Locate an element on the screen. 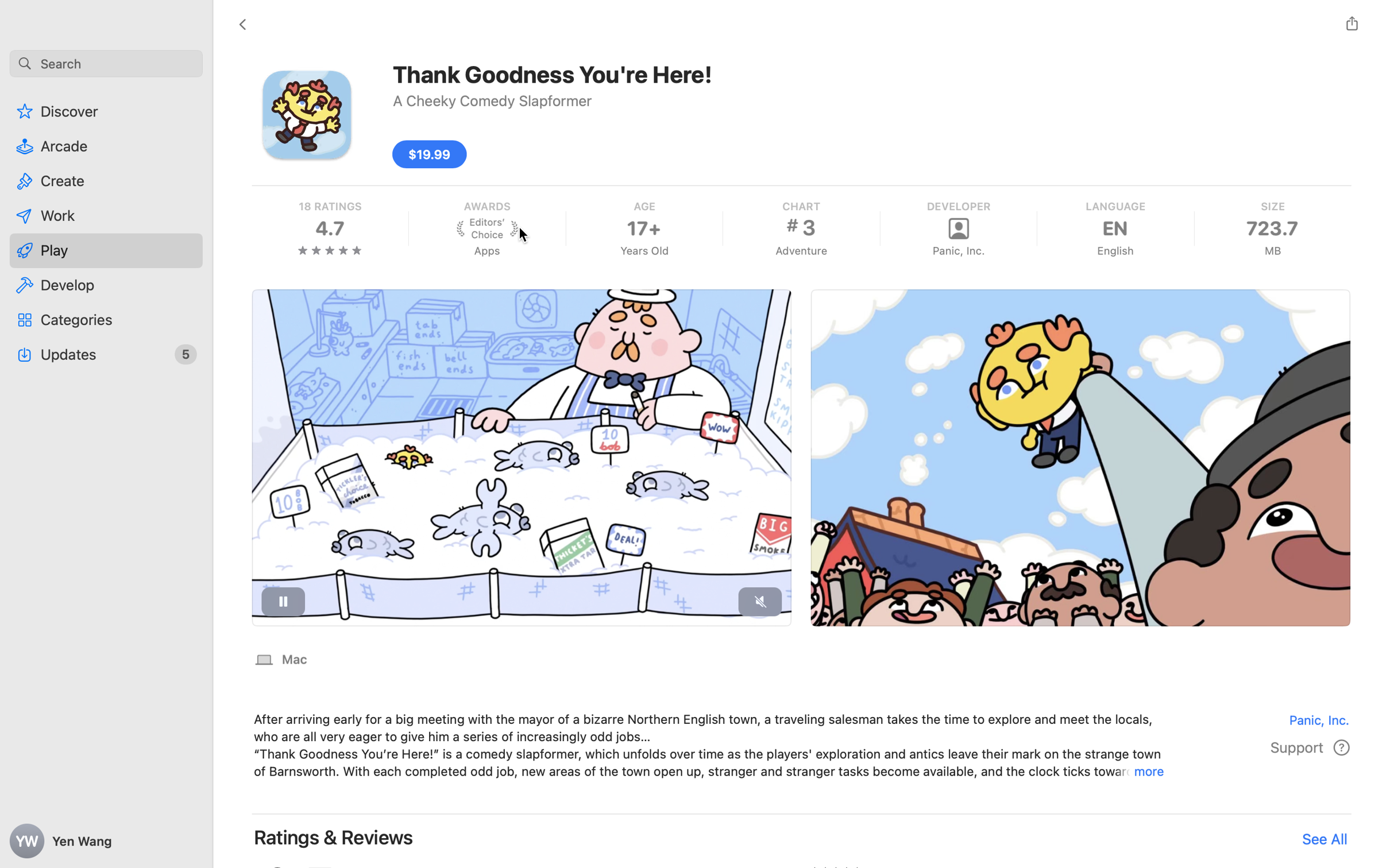  'CHART' is located at coordinates (801, 206).